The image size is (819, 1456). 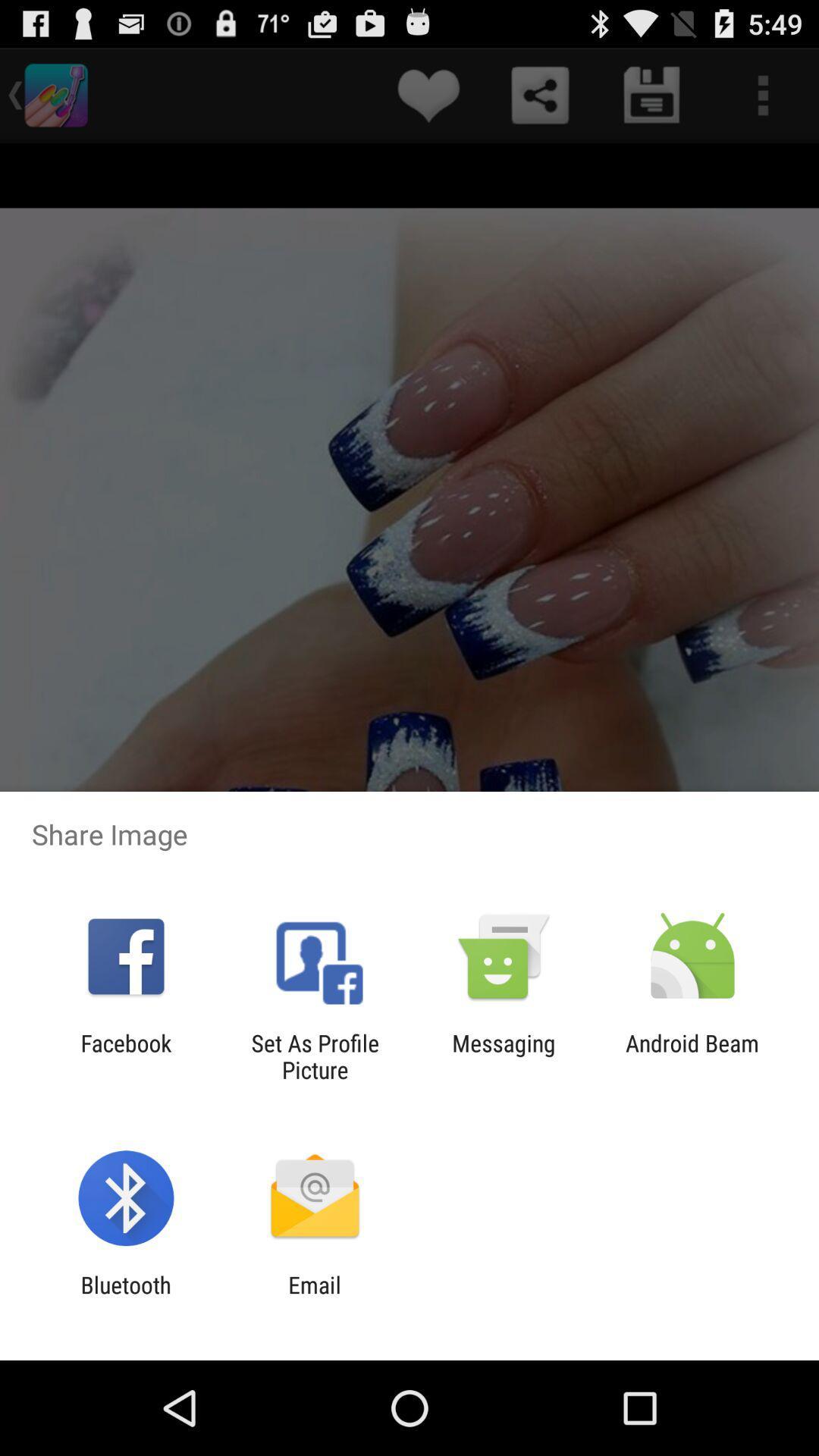 What do you see at coordinates (504, 1056) in the screenshot?
I see `messaging` at bounding box center [504, 1056].